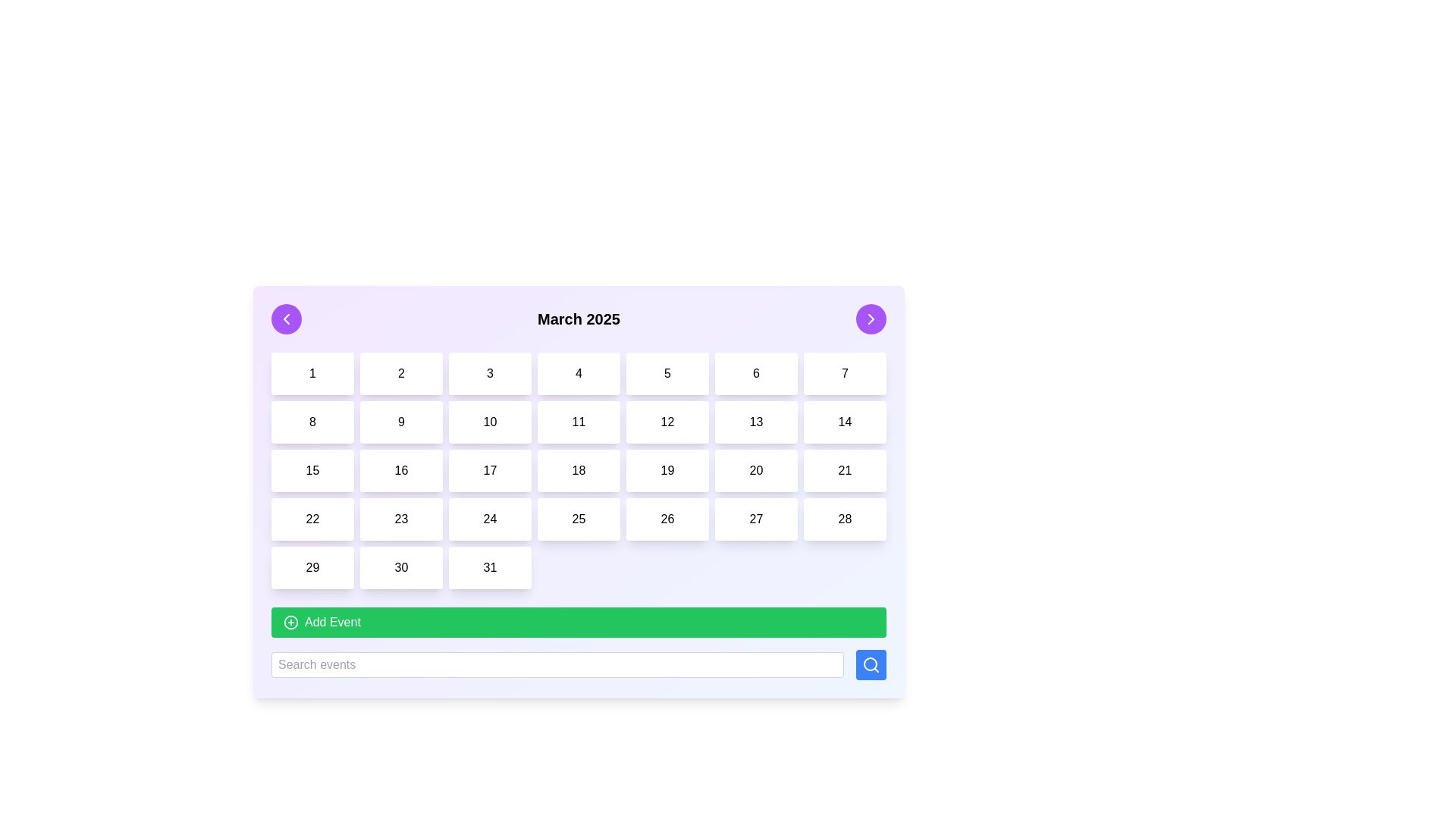  Describe the element at coordinates (578, 643) in the screenshot. I see `the 'Add Event' button, which is a green rectangular button with white text and a plus icon, located above the search input field and below the March 2025 calendar grid` at that location.